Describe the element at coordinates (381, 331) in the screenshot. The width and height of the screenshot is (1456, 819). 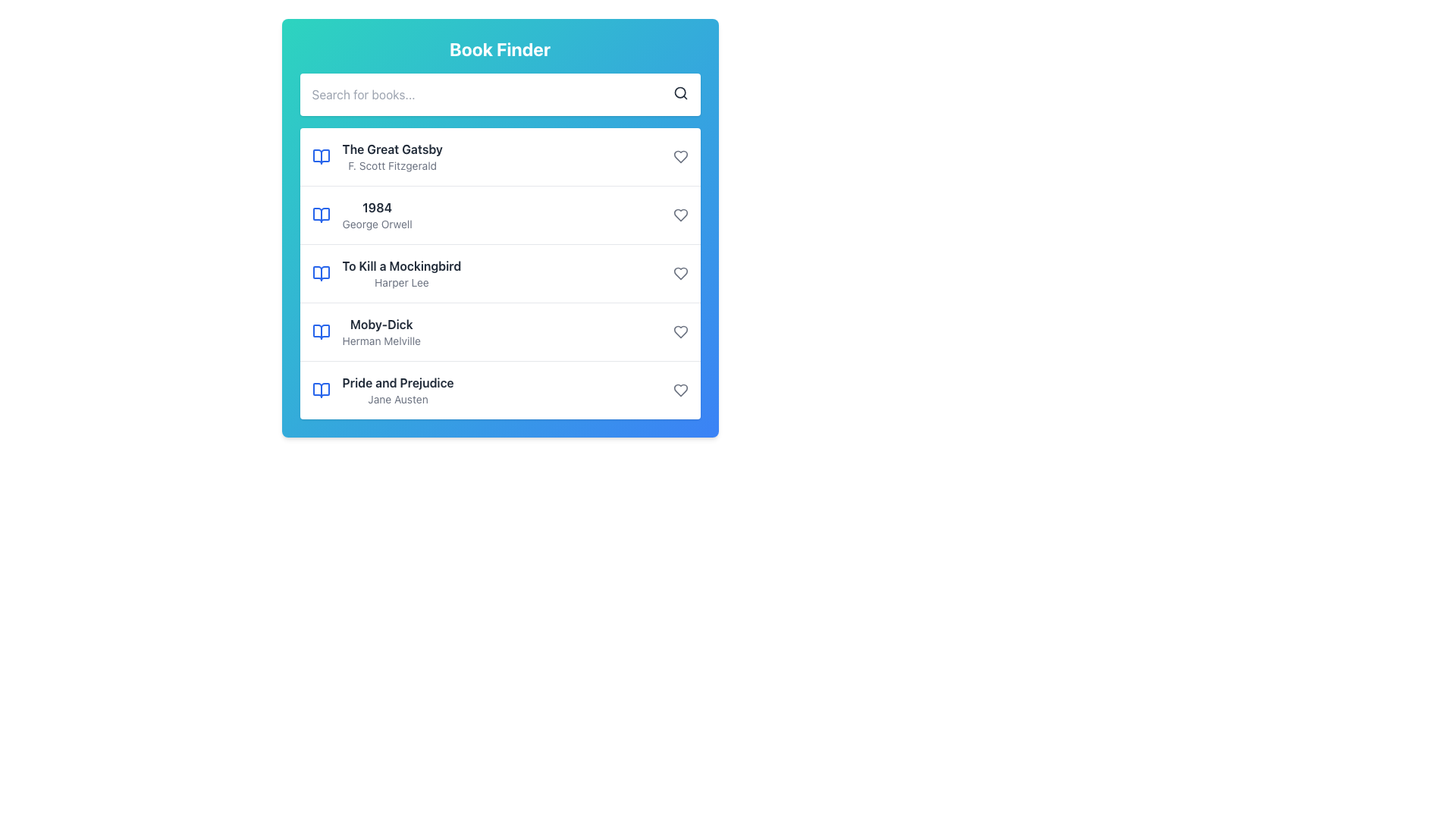
I see `the Text Display that shows information about a book, specifically positioned as the fourth item in the list, located below 'To Kill a Mockingbird' and above 'Pride and Prejudice'` at that location.